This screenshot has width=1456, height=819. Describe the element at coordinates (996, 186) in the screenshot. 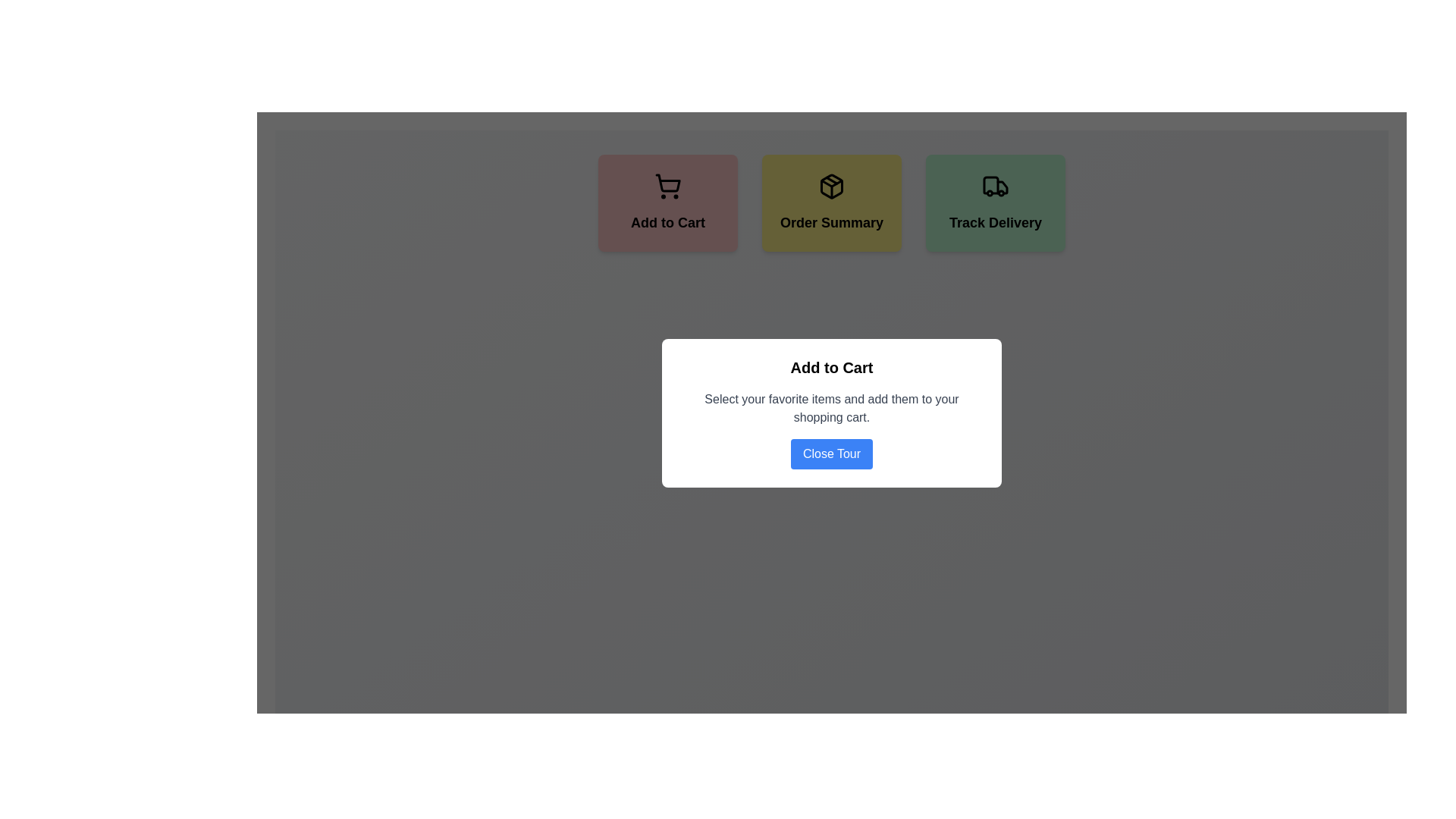

I see `the truck-shaped icon located in the 'Track Delivery' button for accessibility` at that location.